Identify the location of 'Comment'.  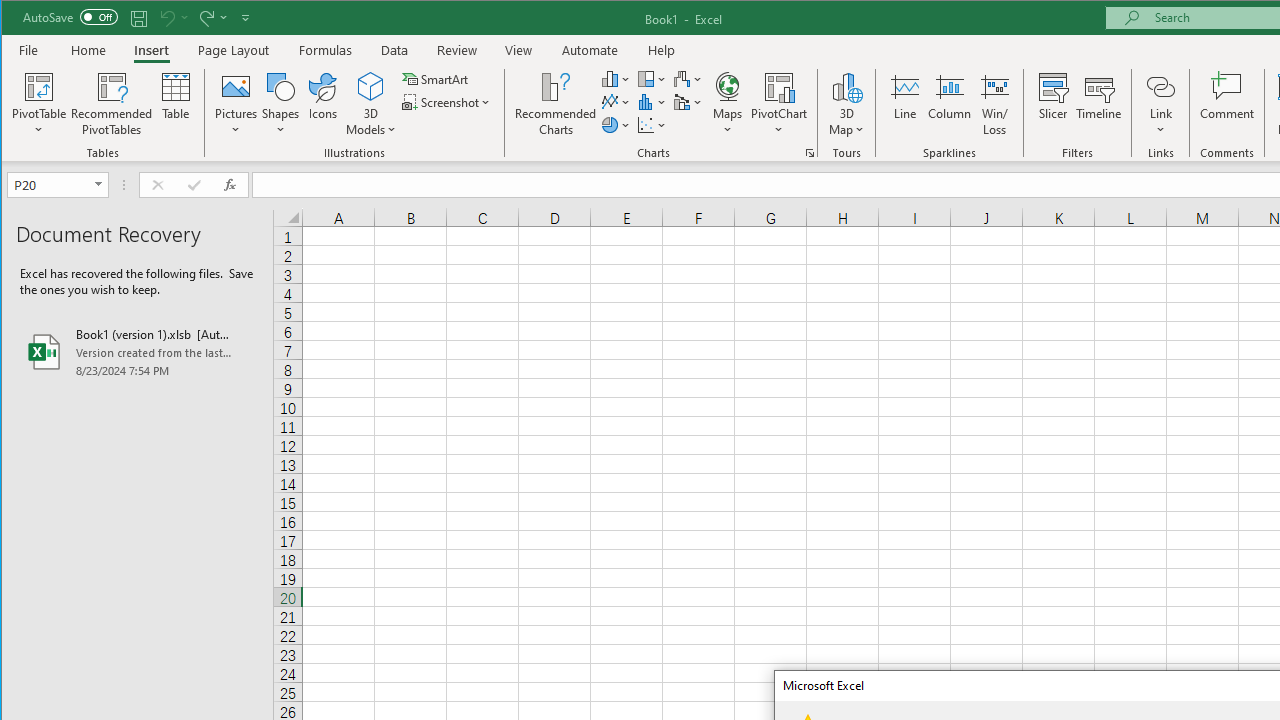
(1226, 104).